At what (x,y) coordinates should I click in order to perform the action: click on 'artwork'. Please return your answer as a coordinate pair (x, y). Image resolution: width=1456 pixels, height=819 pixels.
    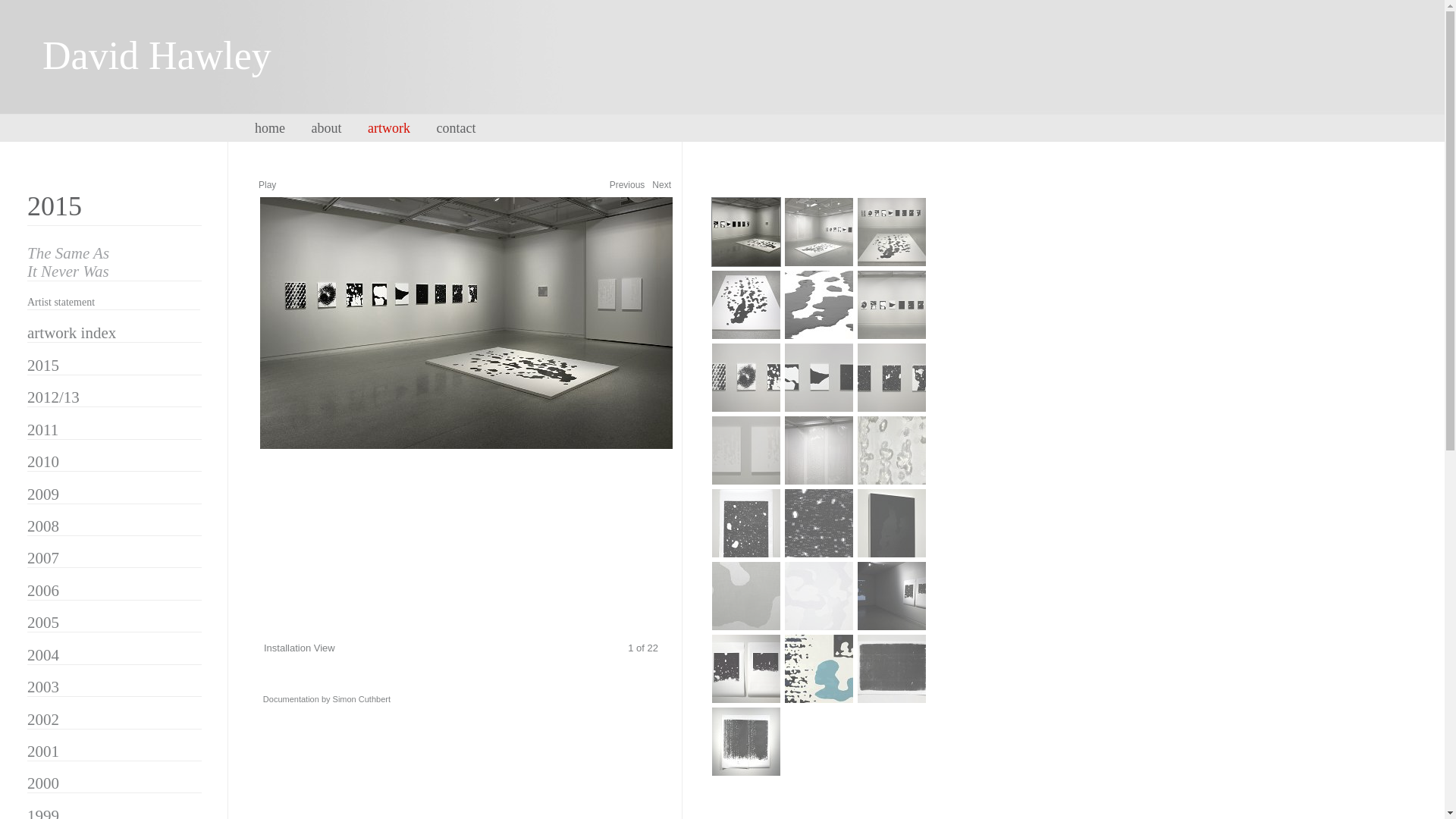
    Looking at the image, I should click on (367, 127).